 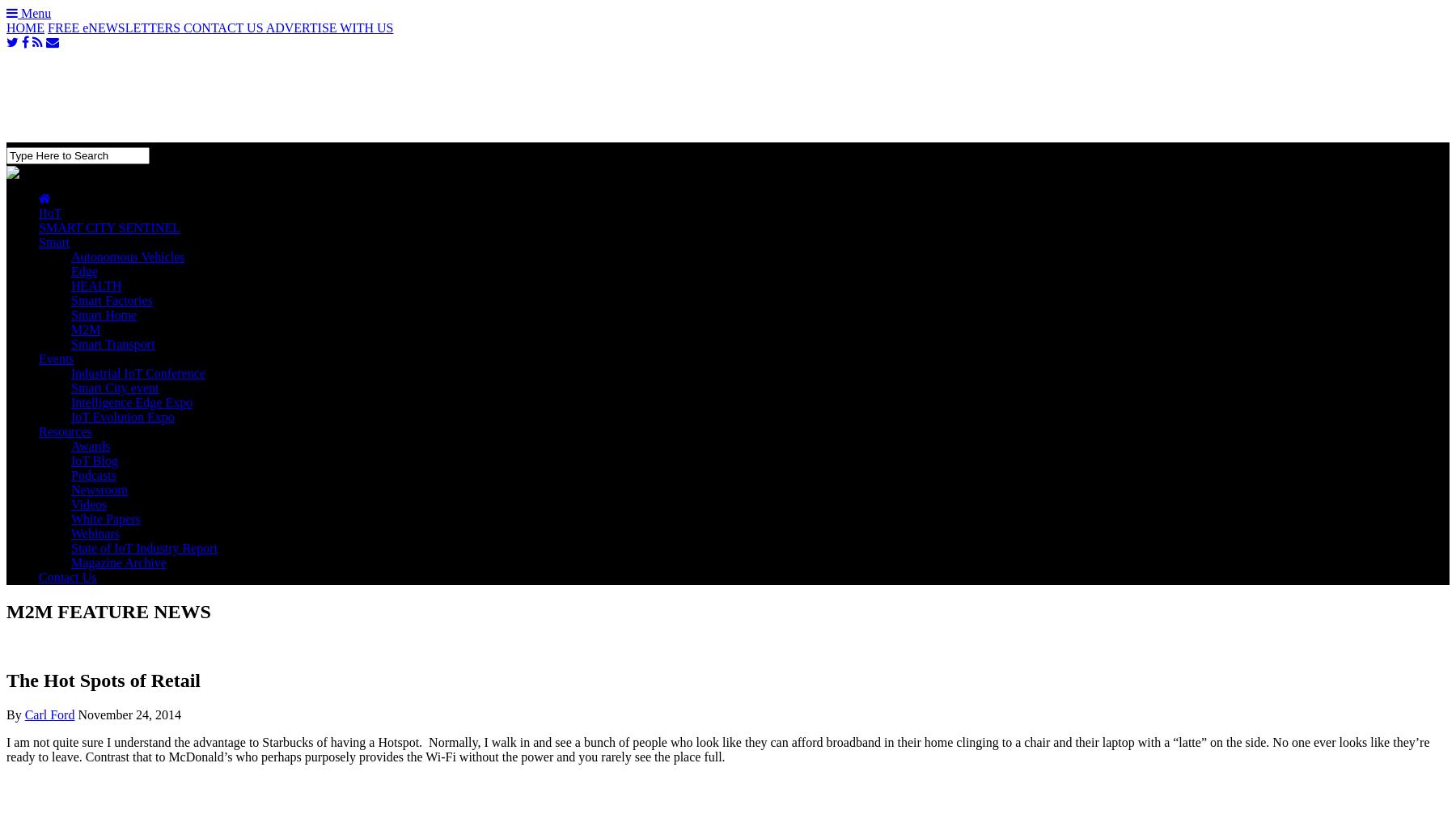 What do you see at coordinates (717, 748) in the screenshot?
I see `'I am not quite sure I understand the advantage to Starbucks of having a Hotspot.  Normally, I walk in and see a bunch of people who look like they can afford broadband in their home clinging to a chair and their laptop with a “latte” on the side. No one ever looks like they’re ready to leave. Contrast that to McDonald’s who perhaps purposely provides the Wi-Fi without the power and you rarely see the place full.'` at bounding box center [717, 748].